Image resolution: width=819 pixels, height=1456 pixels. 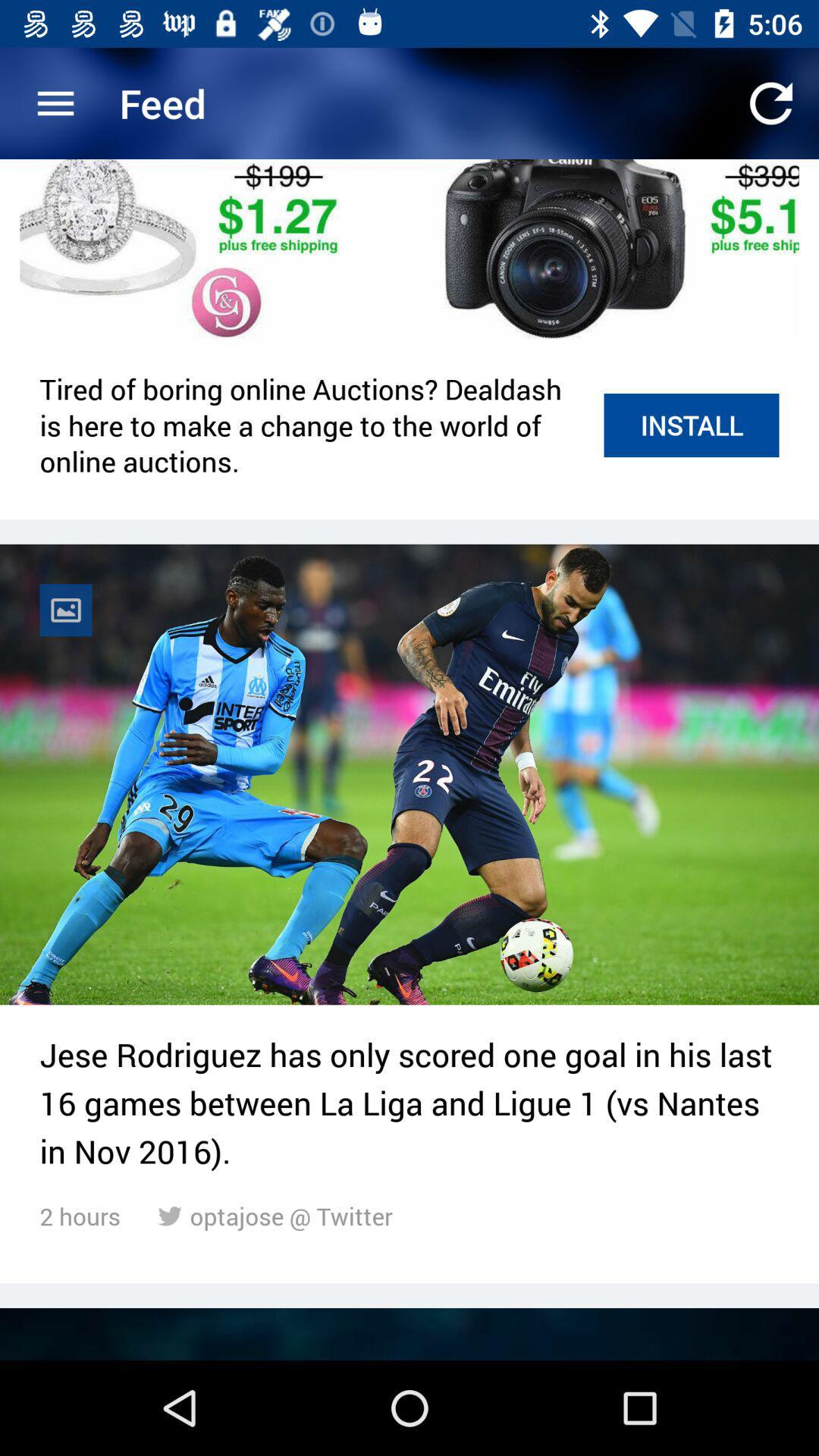 What do you see at coordinates (771, 102) in the screenshot?
I see `the app next to the feed item` at bounding box center [771, 102].